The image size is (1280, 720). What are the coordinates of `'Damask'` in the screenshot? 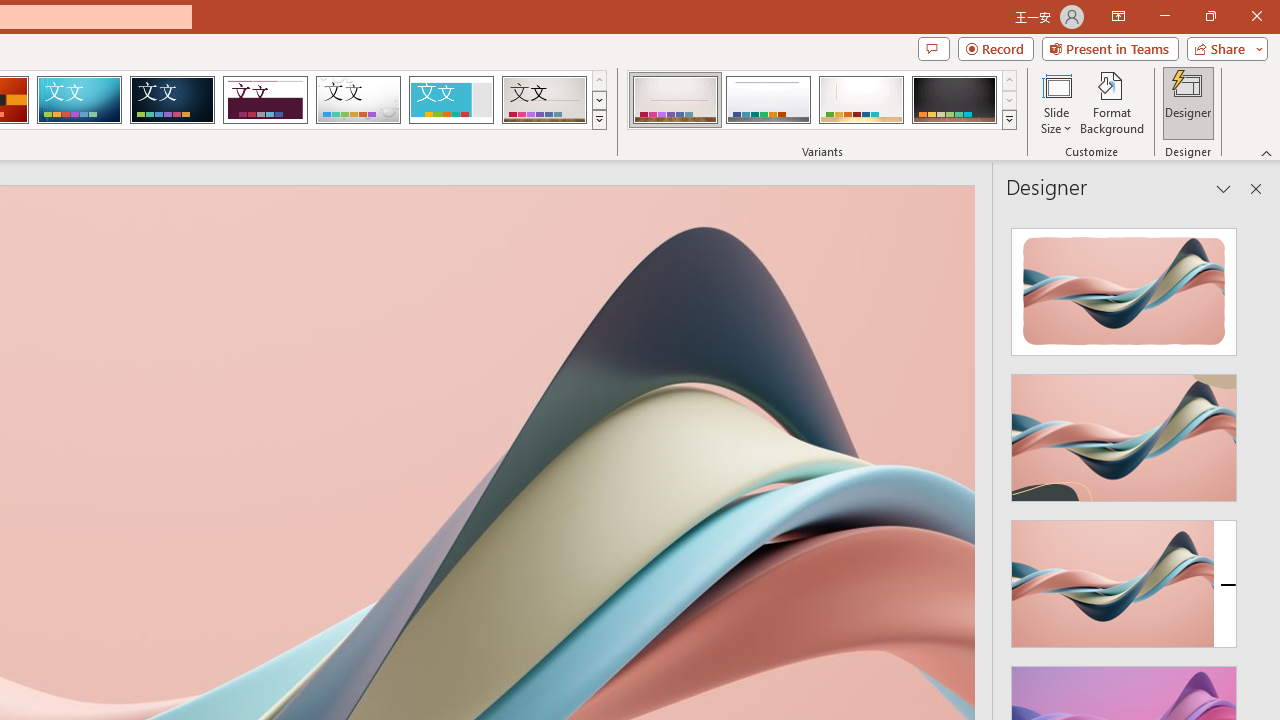 It's located at (172, 100).